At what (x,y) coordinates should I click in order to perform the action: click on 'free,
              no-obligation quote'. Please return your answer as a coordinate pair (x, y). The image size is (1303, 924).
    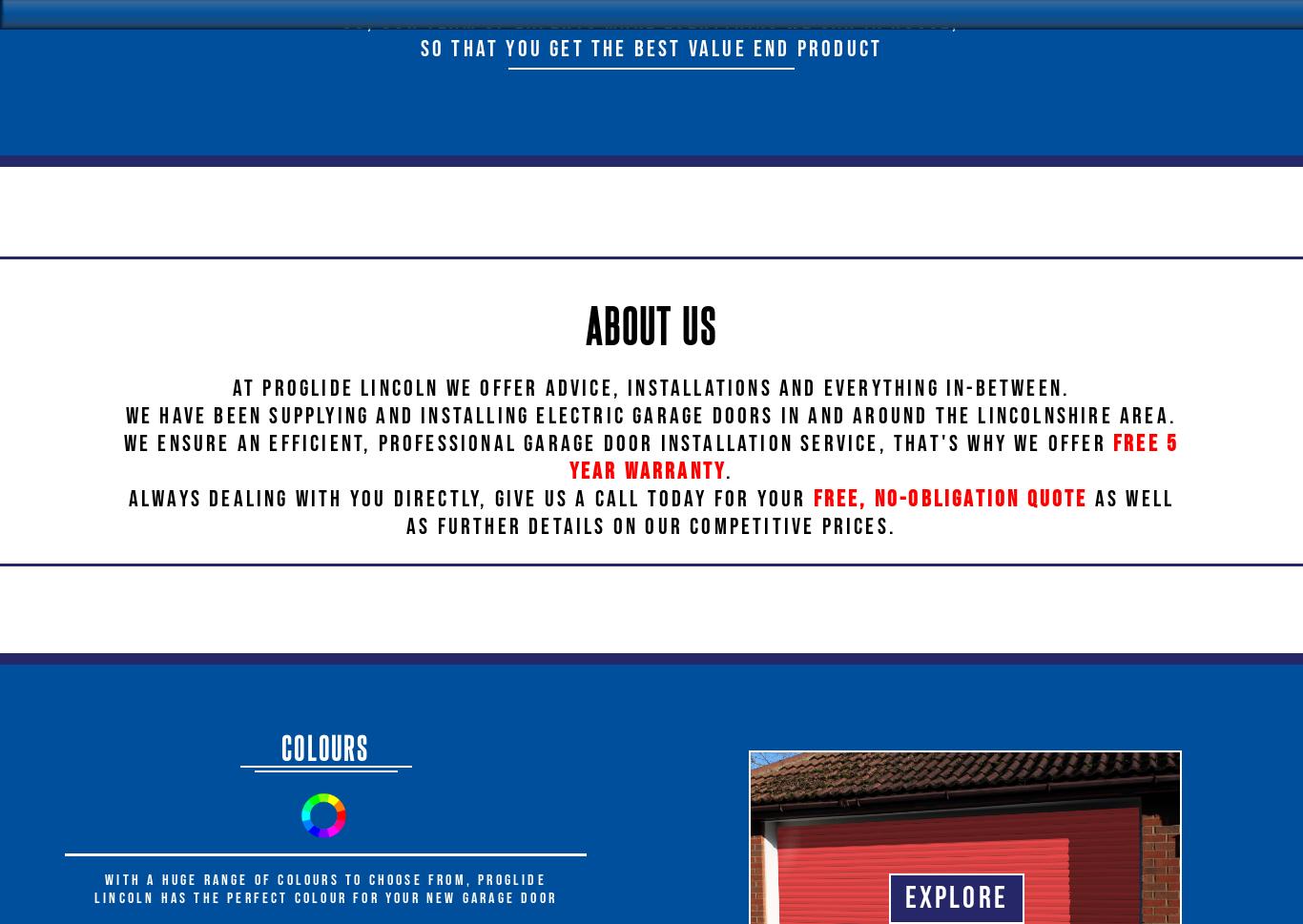
    Looking at the image, I should click on (949, 498).